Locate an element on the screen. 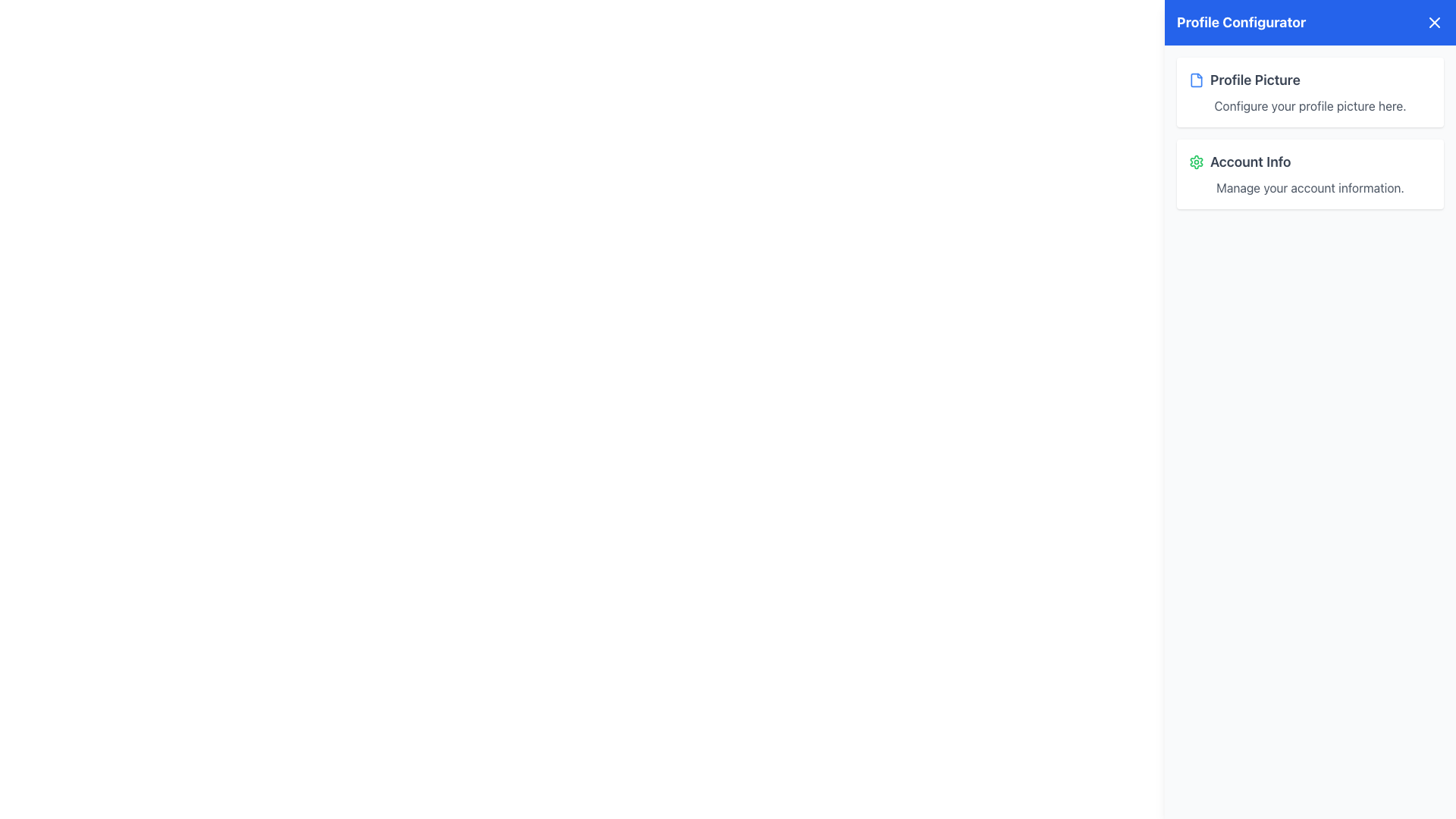 This screenshot has width=1456, height=819. the close icon located in the top-right corner of the blue title bar labeled 'Profile Configurator' is located at coordinates (1433, 23).